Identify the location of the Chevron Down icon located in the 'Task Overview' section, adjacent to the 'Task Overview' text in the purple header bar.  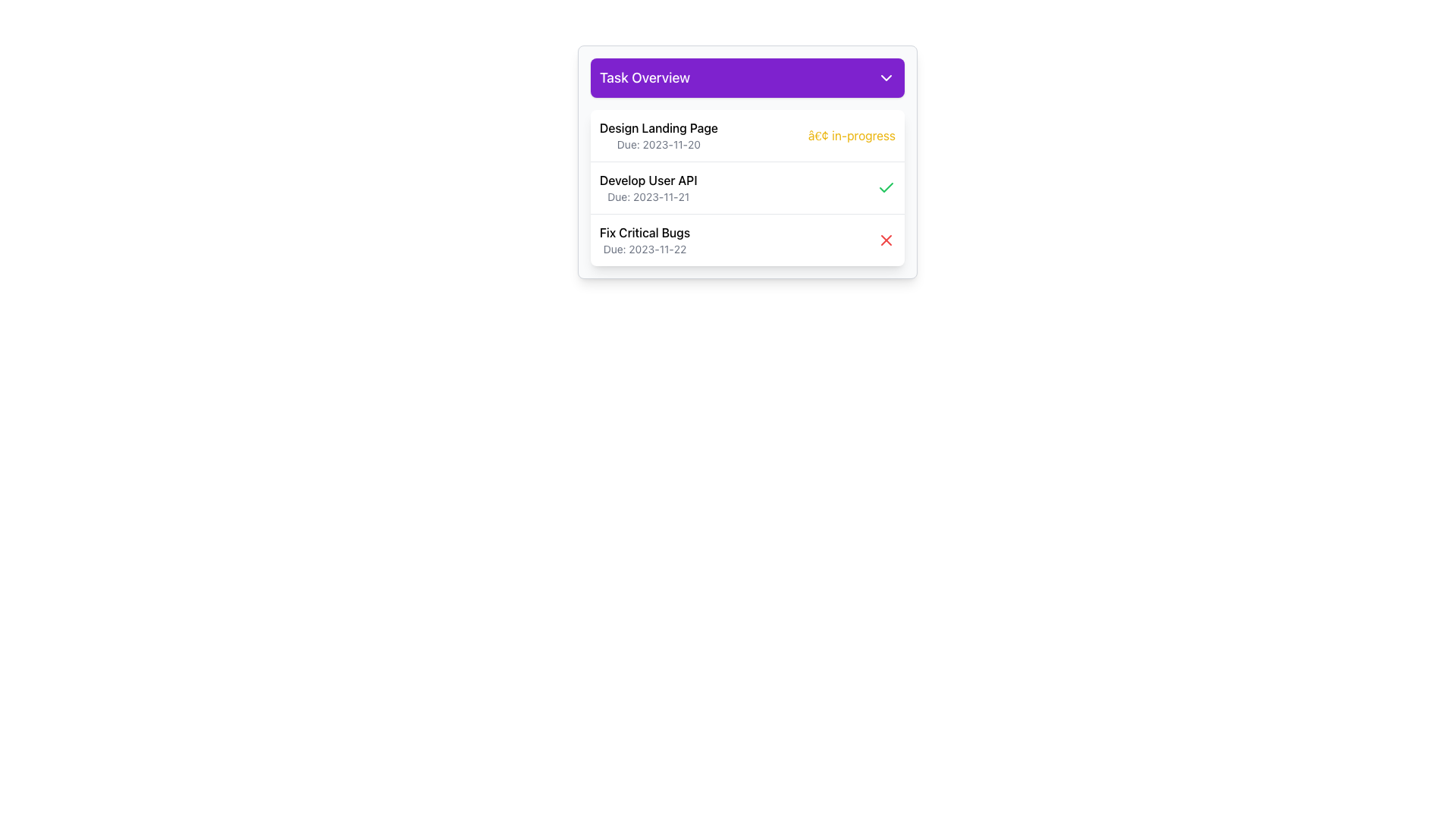
(886, 78).